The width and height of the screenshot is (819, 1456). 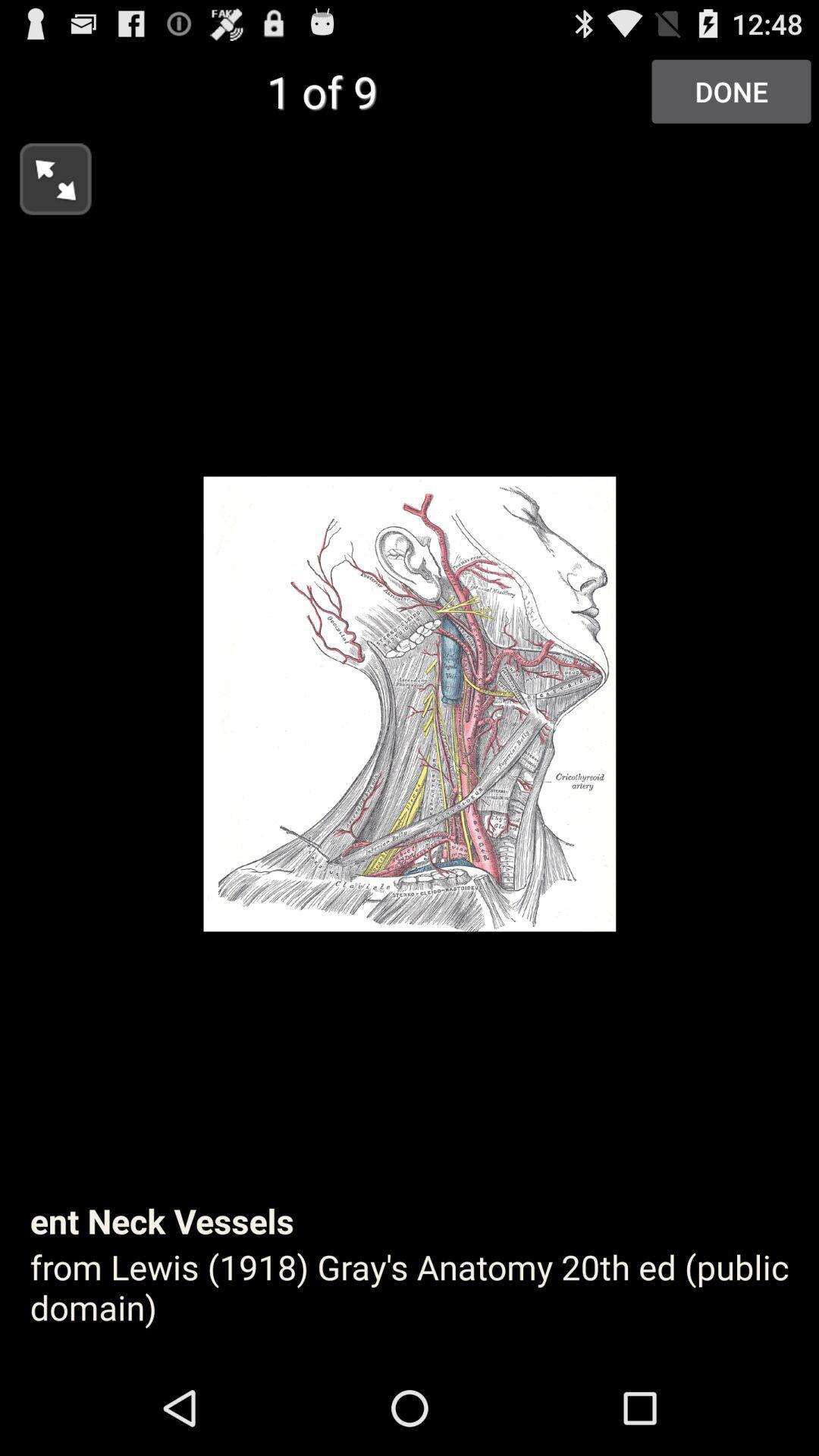 I want to click on item to the right of the 1 of 9 icon, so click(x=730, y=90).